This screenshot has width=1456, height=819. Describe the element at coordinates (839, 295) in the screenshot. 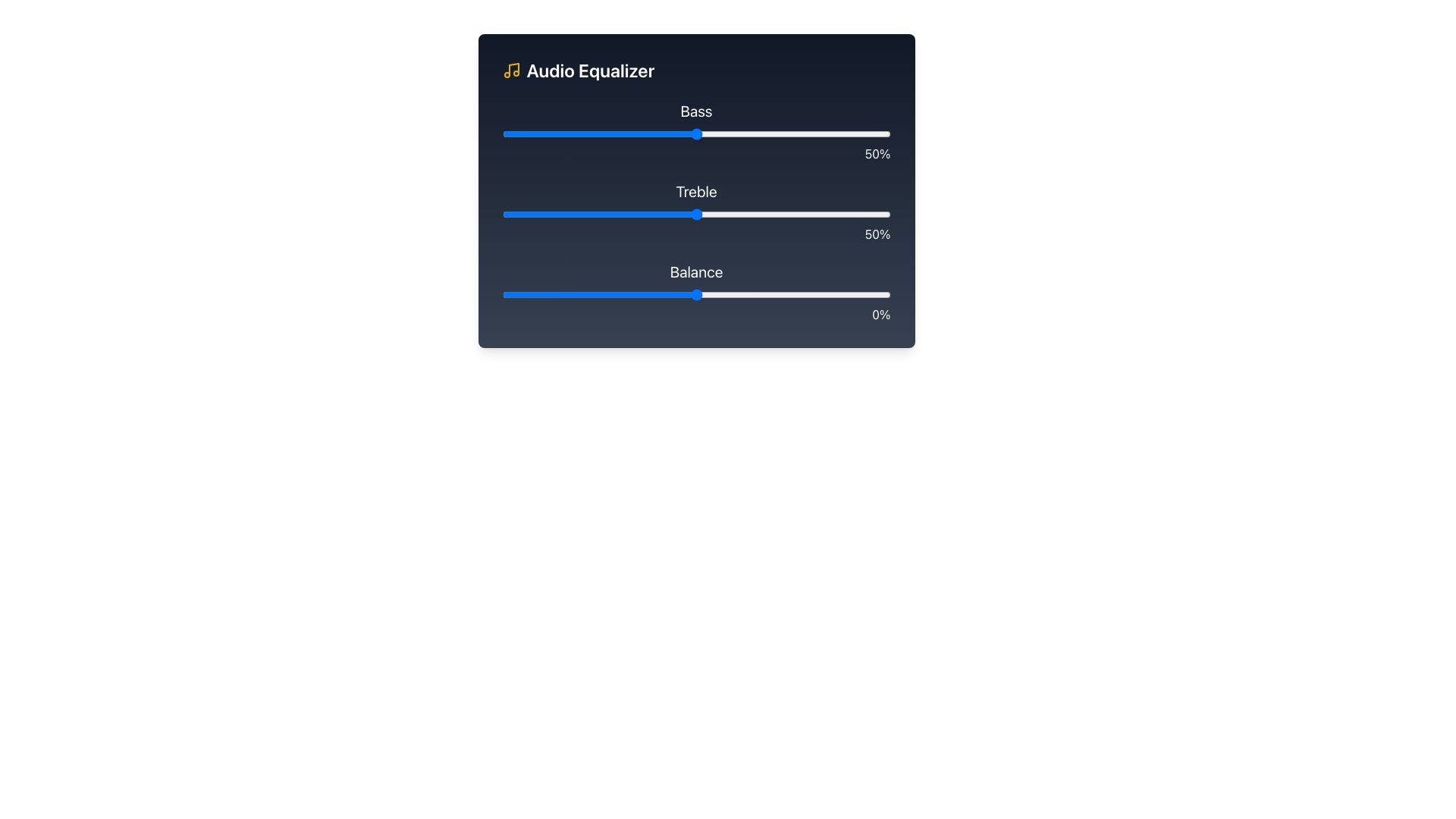

I see `balance` at that location.